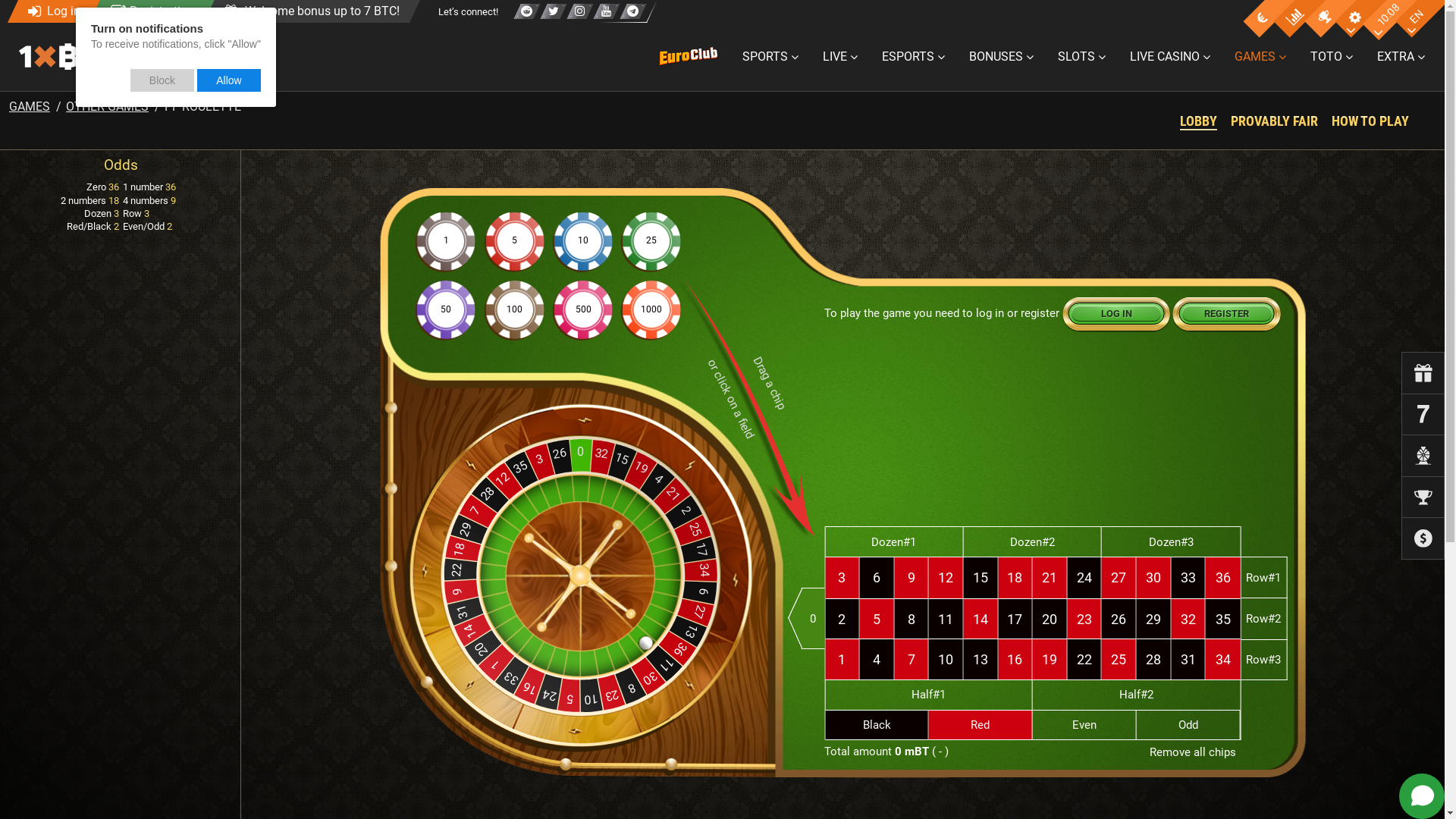  What do you see at coordinates (1400, 55) in the screenshot?
I see `'EXTRA'` at bounding box center [1400, 55].